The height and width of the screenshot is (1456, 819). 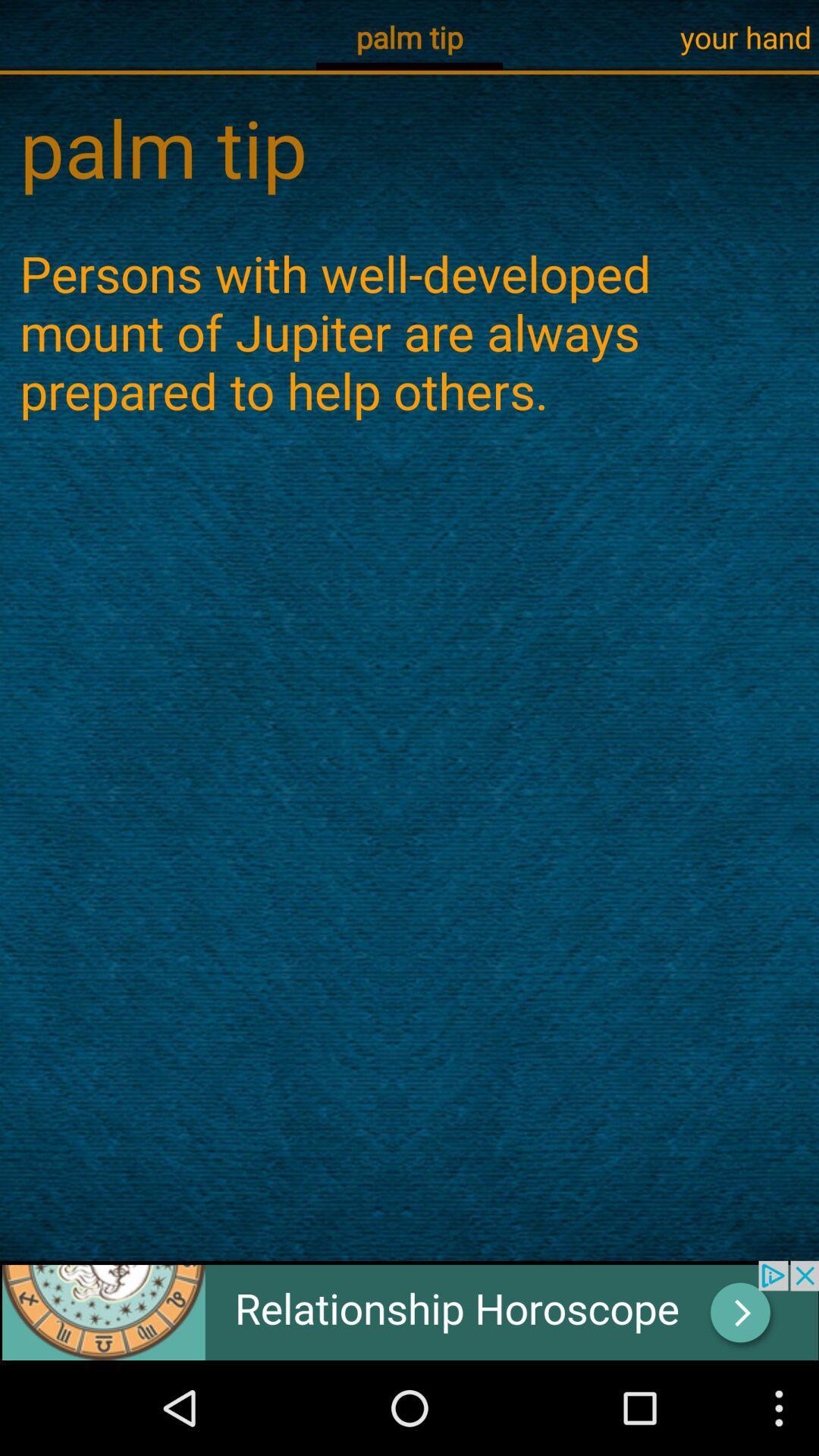 I want to click on the advertisement page, so click(x=409, y=1310).